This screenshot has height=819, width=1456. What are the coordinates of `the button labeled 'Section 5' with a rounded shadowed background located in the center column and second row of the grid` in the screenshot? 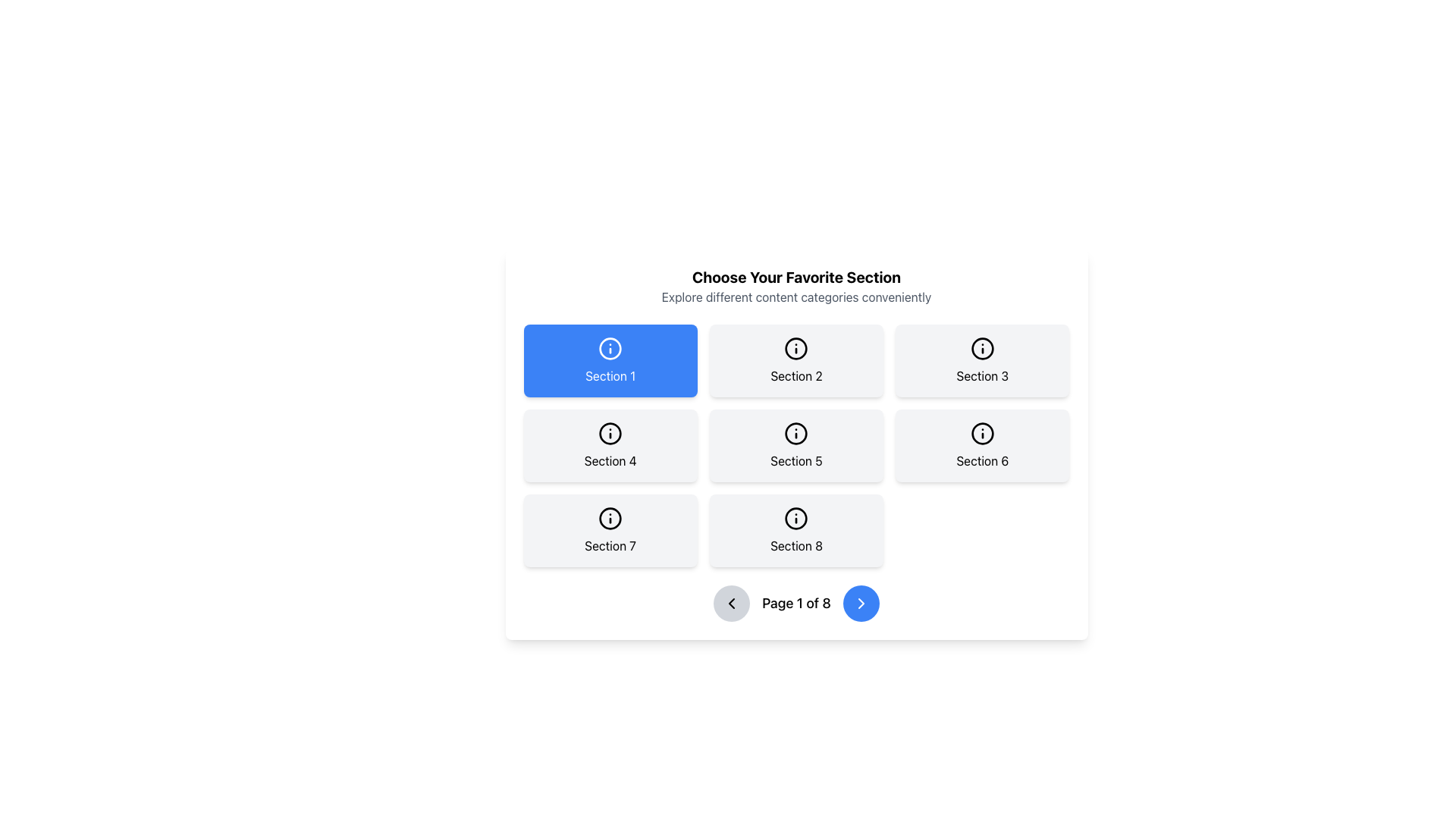 It's located at (795, 444).